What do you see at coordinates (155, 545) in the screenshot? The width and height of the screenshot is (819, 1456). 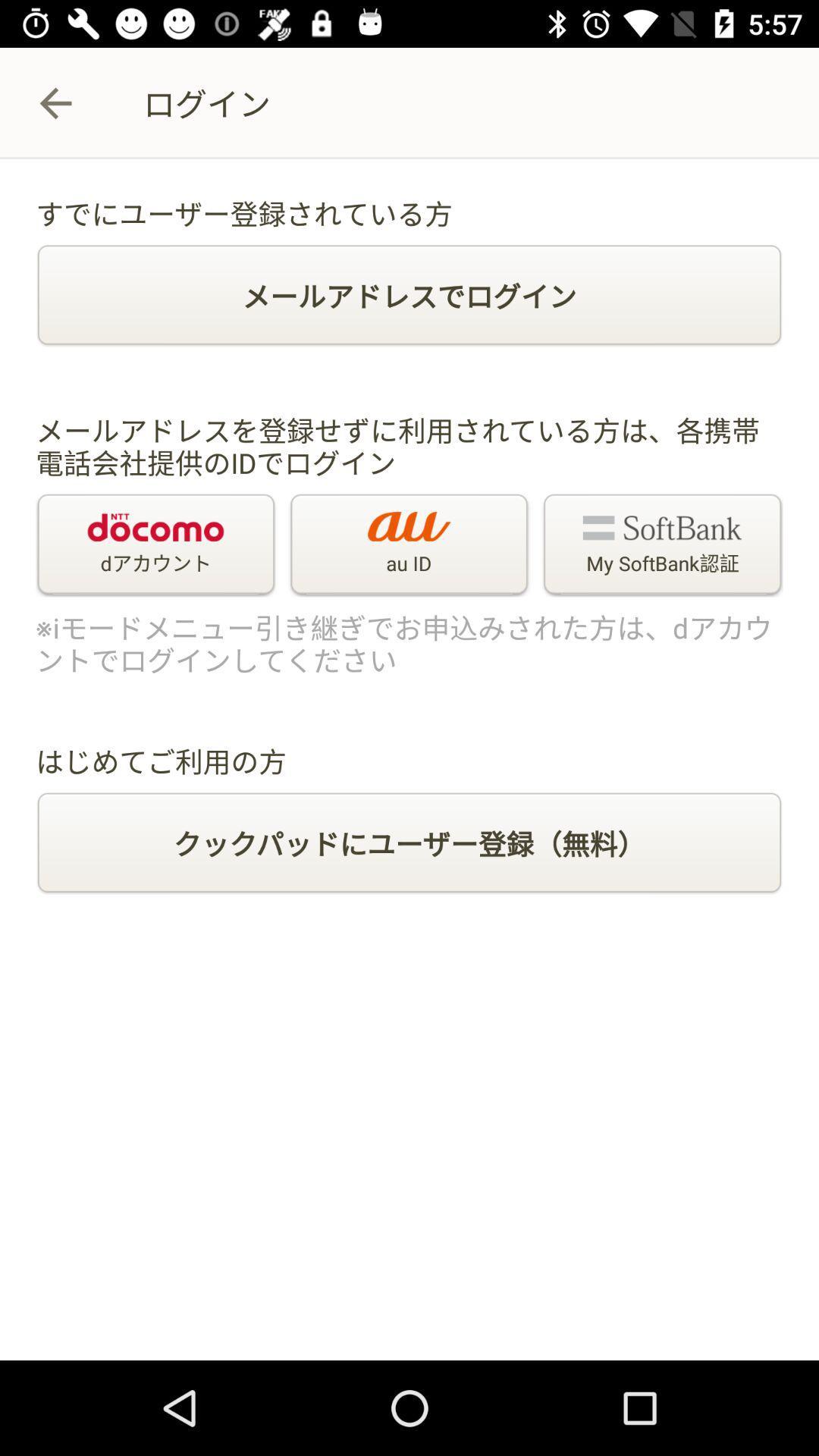 I see `icon next to au id item` at bounding box center [155, 545].